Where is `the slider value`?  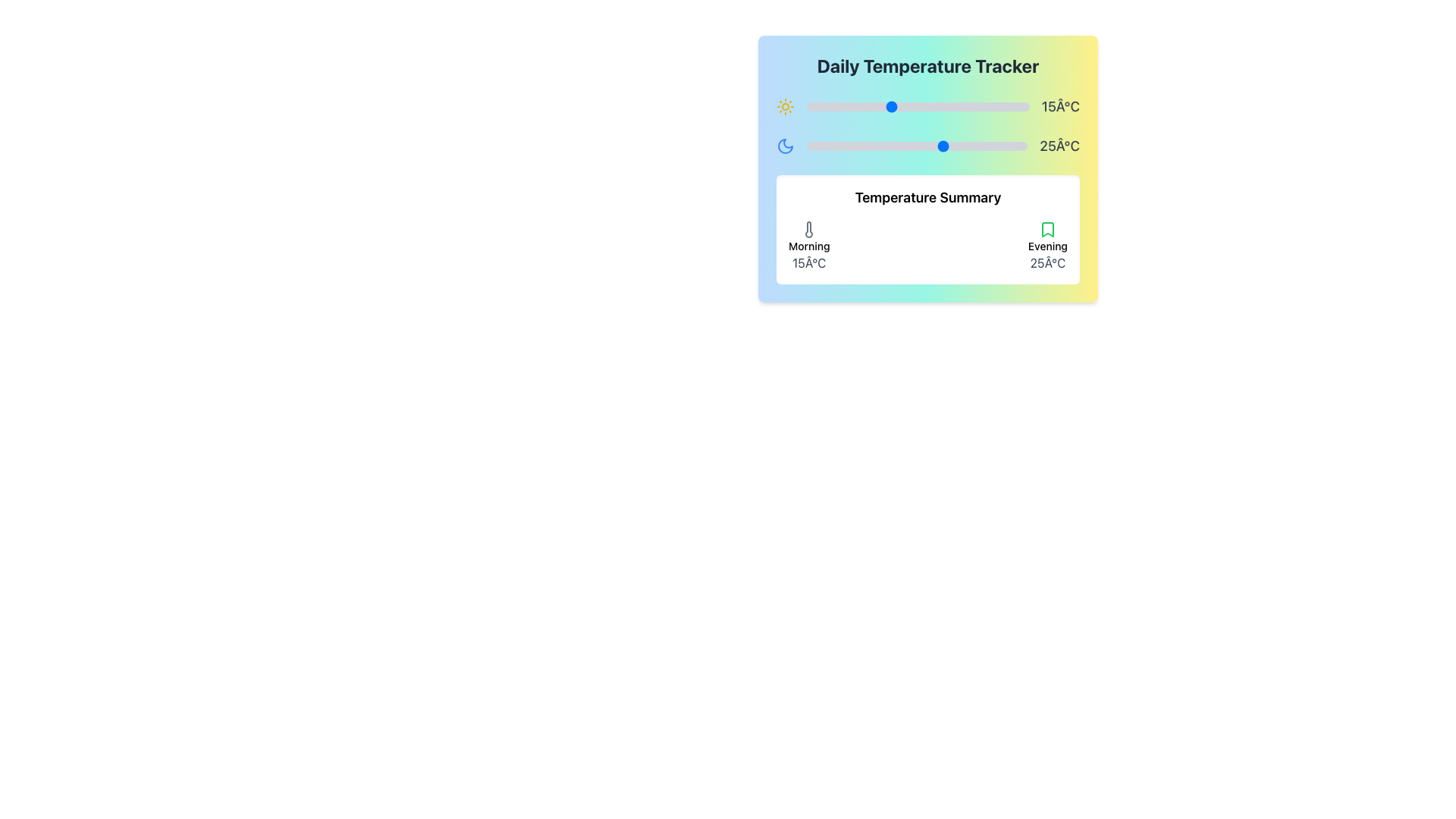 the slider value is located at coordinates (811, 146).